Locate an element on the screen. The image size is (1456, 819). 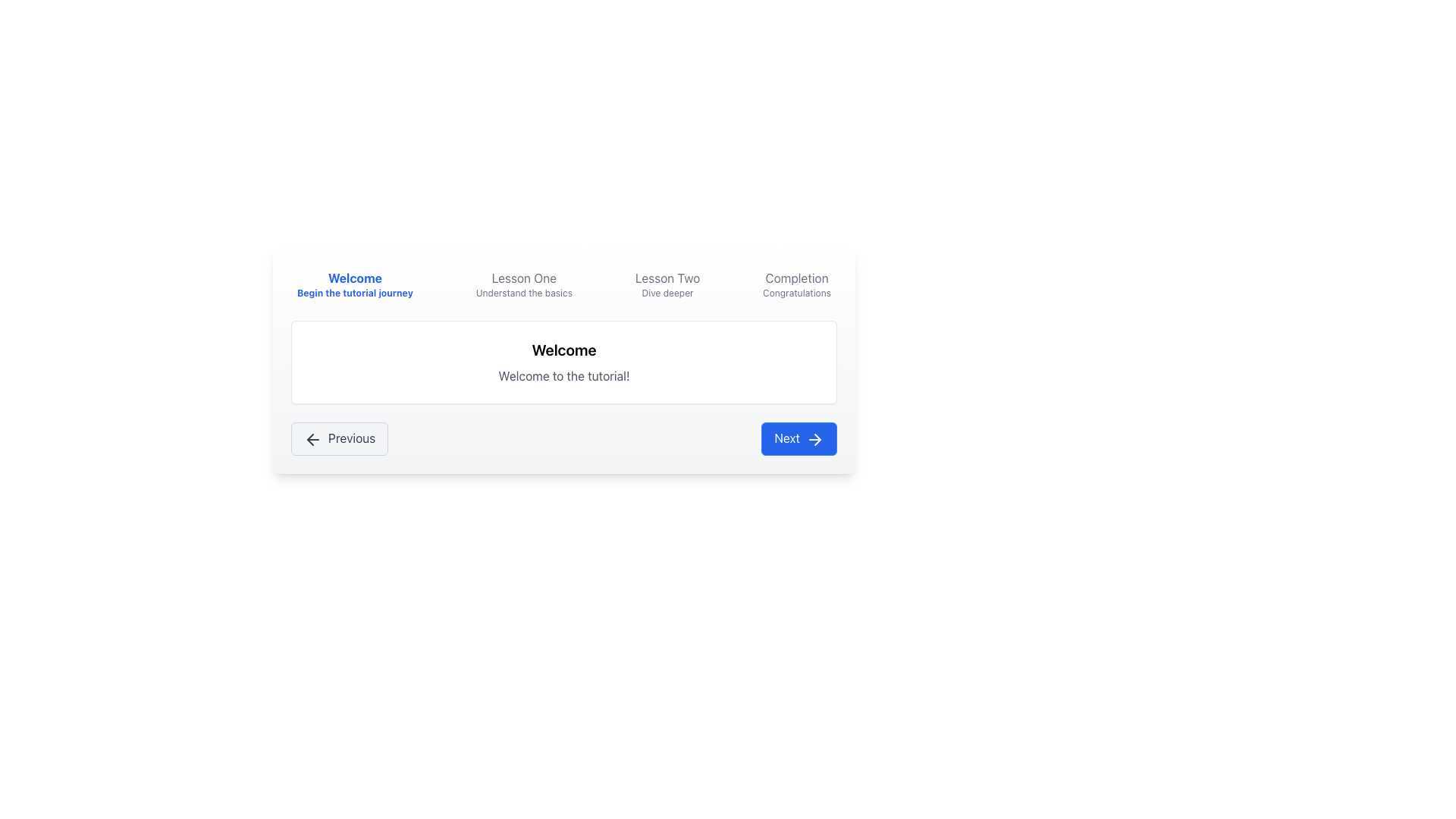
the text label reading 'Dive deeper', which is styled in gray and serves as a subtitle beneath 'Lesson Two' is located at coordinates (667, 293).